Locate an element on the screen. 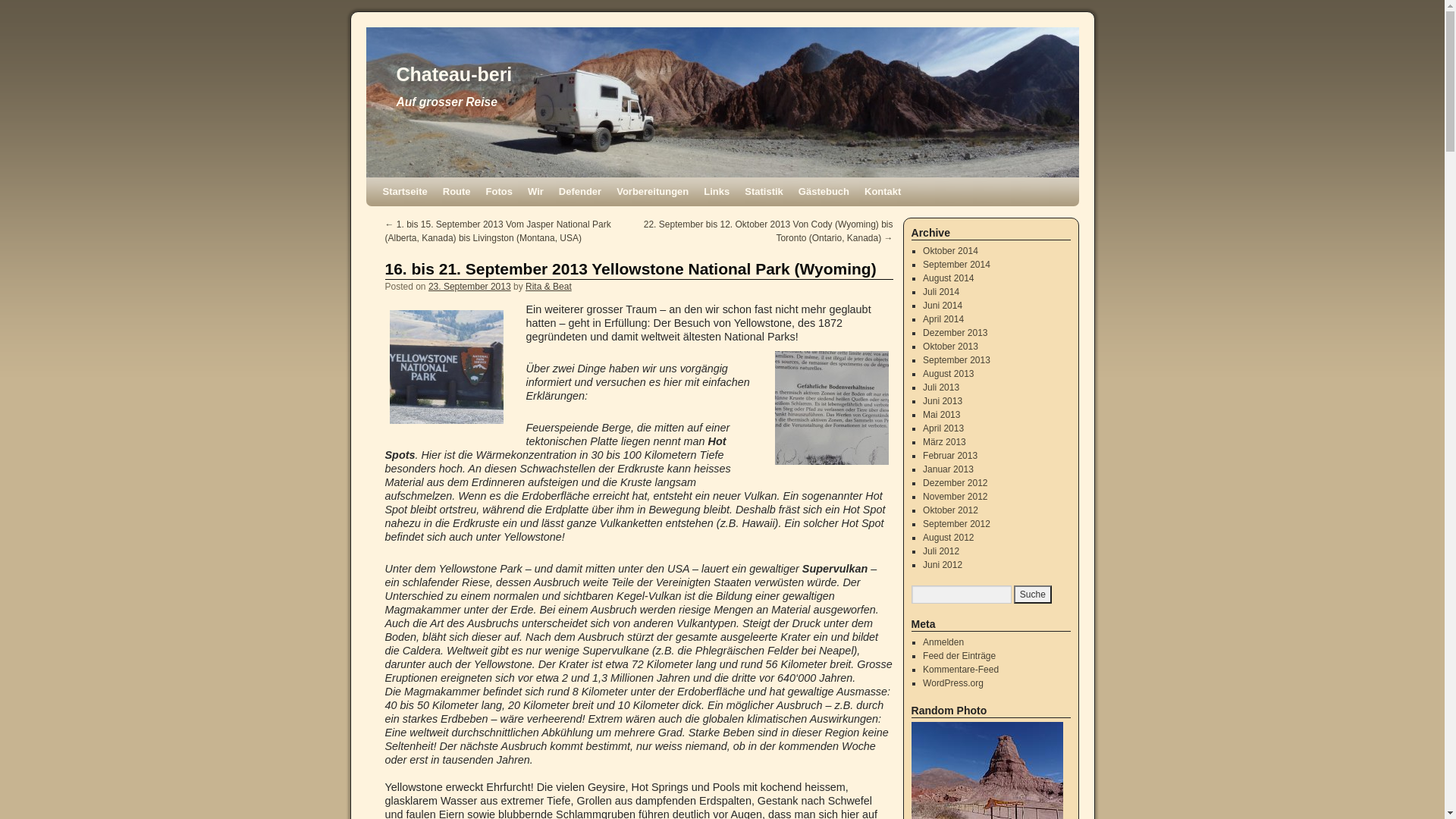 The width and height of the screenshot is (1456, 819). 'November 2012' is located at coordinates (954, 497).